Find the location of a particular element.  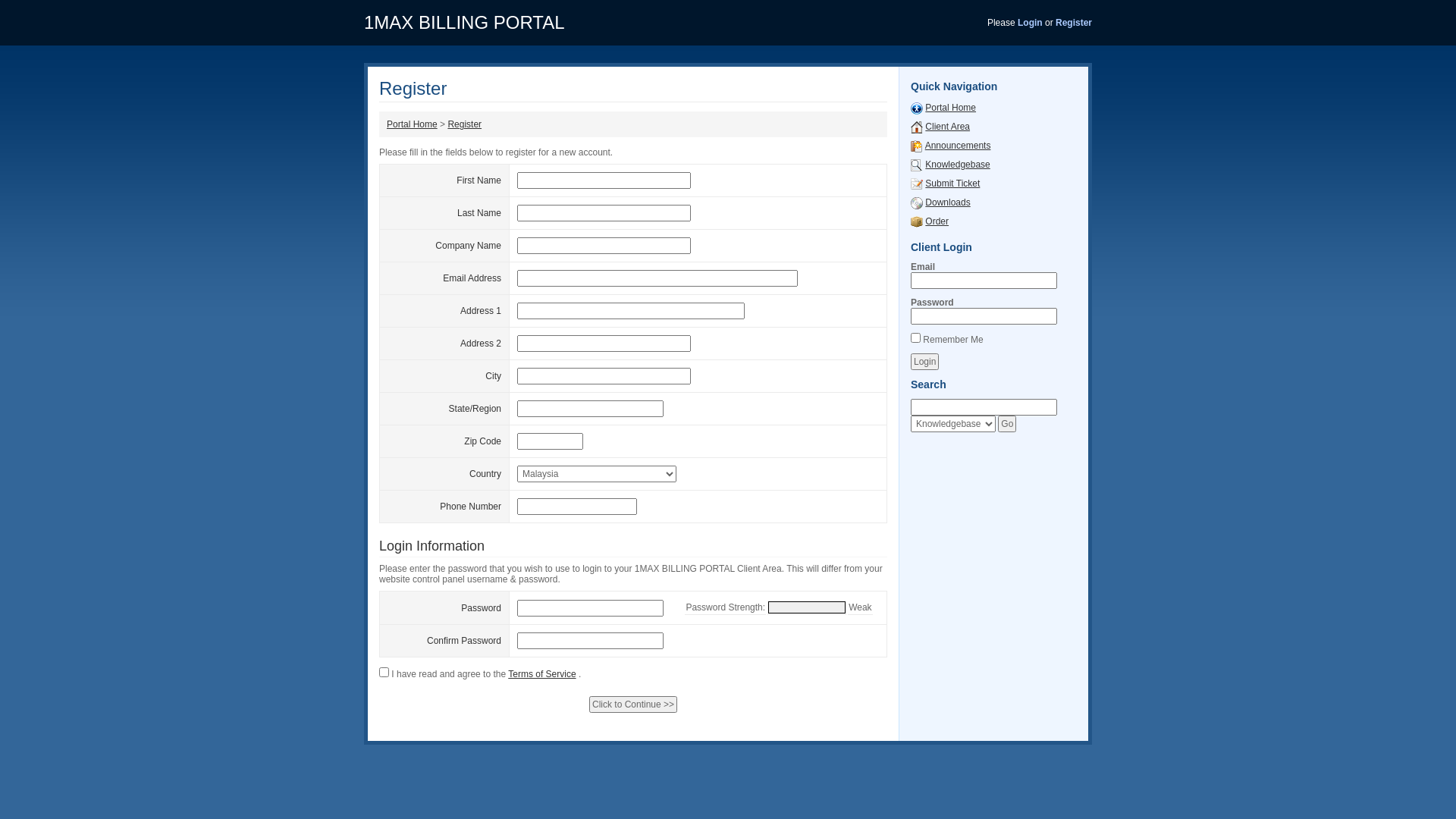

'Terms of Service' is located at coordinates (508, 673).